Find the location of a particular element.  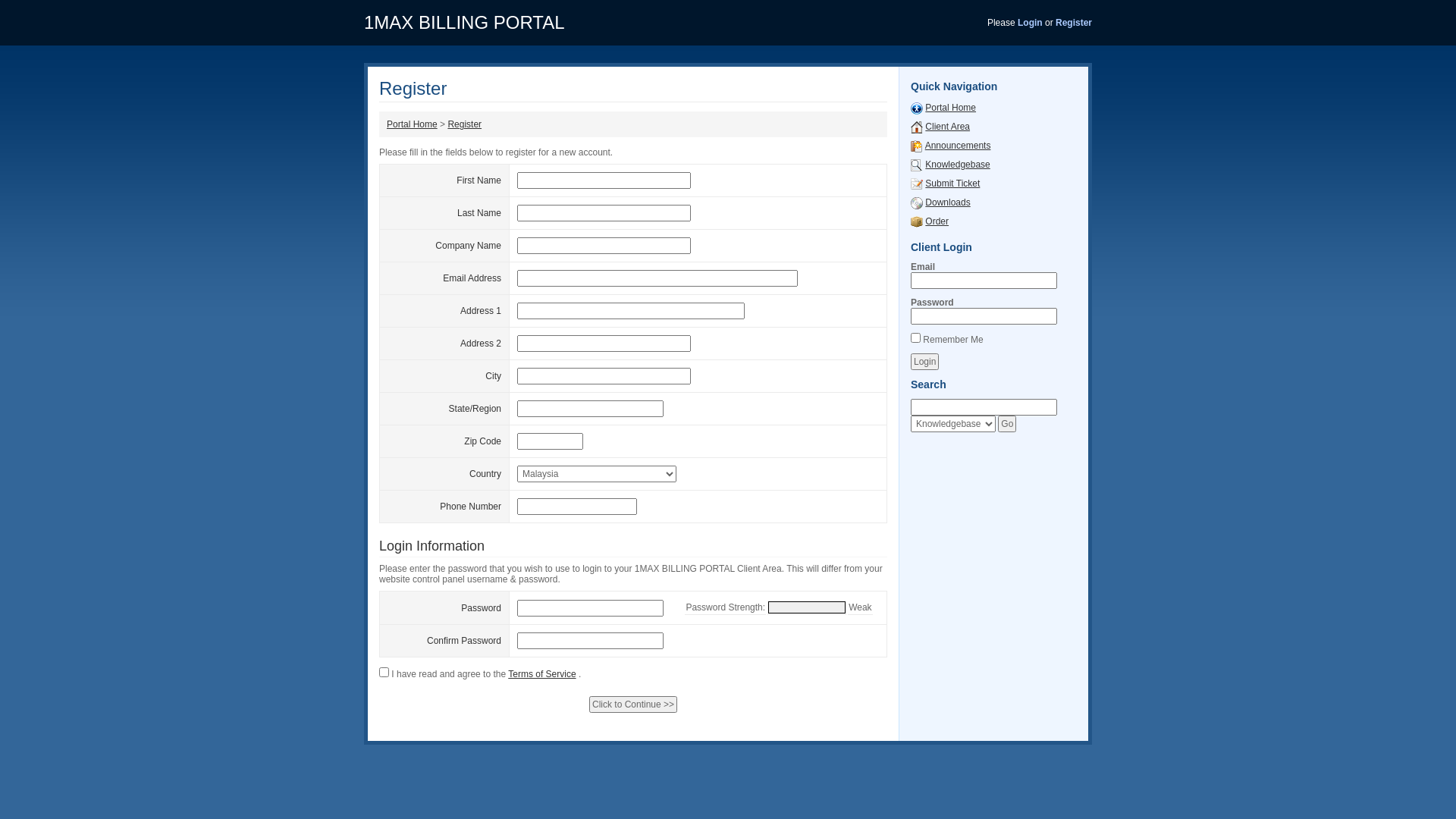

'Terms of Service' is located at coordinates (508, 673).